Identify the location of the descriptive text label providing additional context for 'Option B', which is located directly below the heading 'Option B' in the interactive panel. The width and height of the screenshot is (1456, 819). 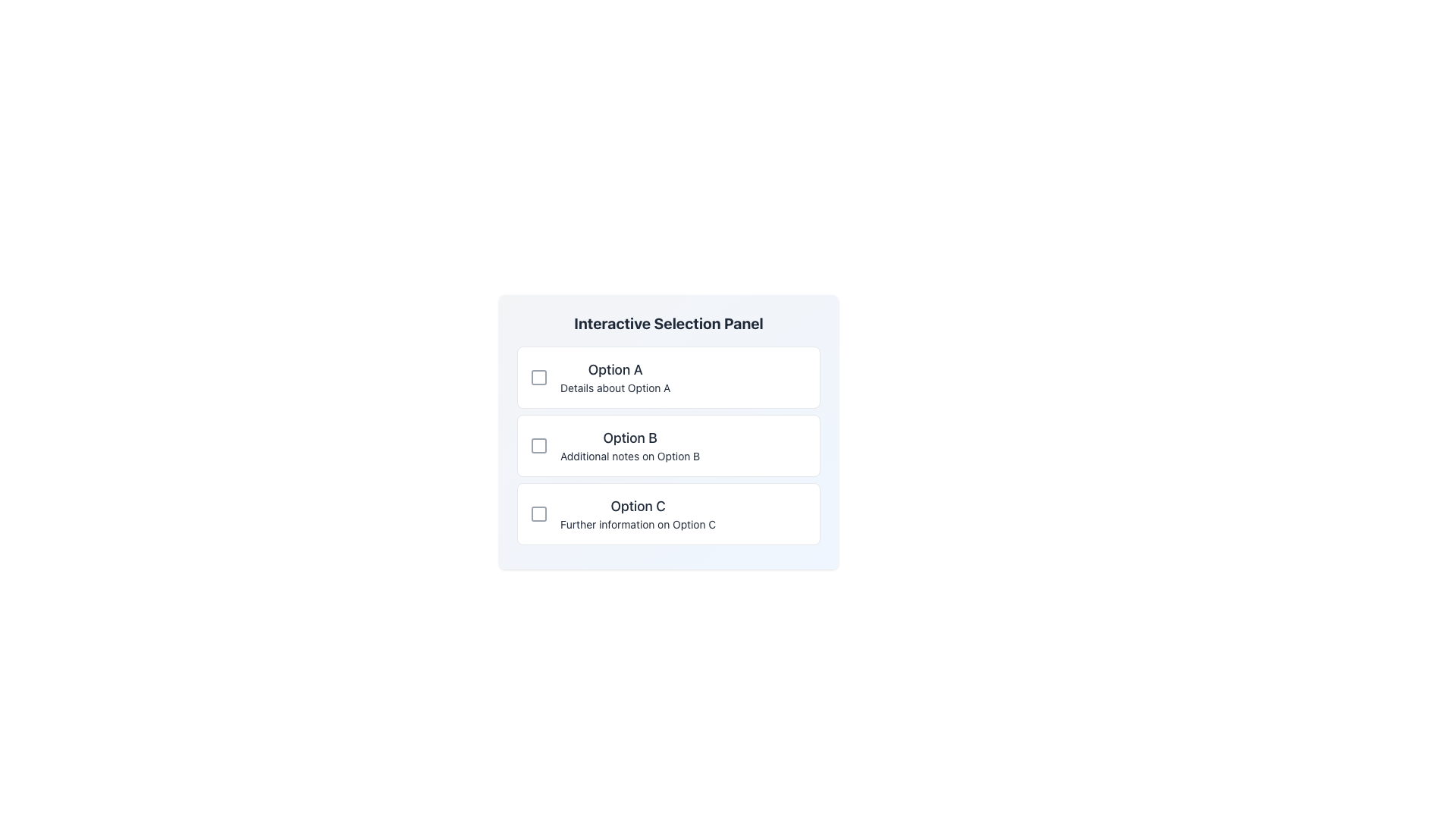
(630, 455).